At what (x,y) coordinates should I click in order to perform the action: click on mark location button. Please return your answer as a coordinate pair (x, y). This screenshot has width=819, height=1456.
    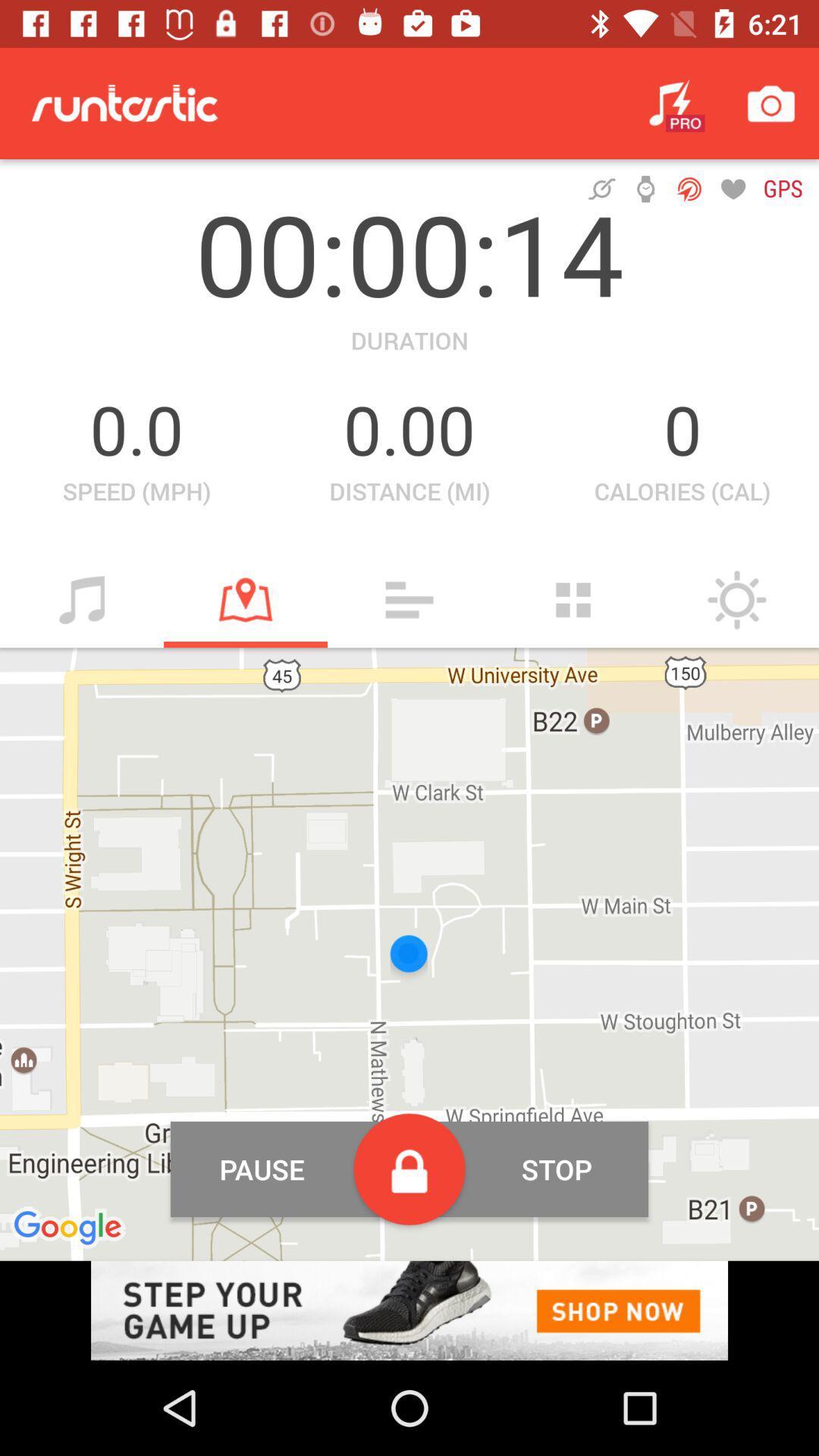
    Looking at the image, I should click on (245, 599).